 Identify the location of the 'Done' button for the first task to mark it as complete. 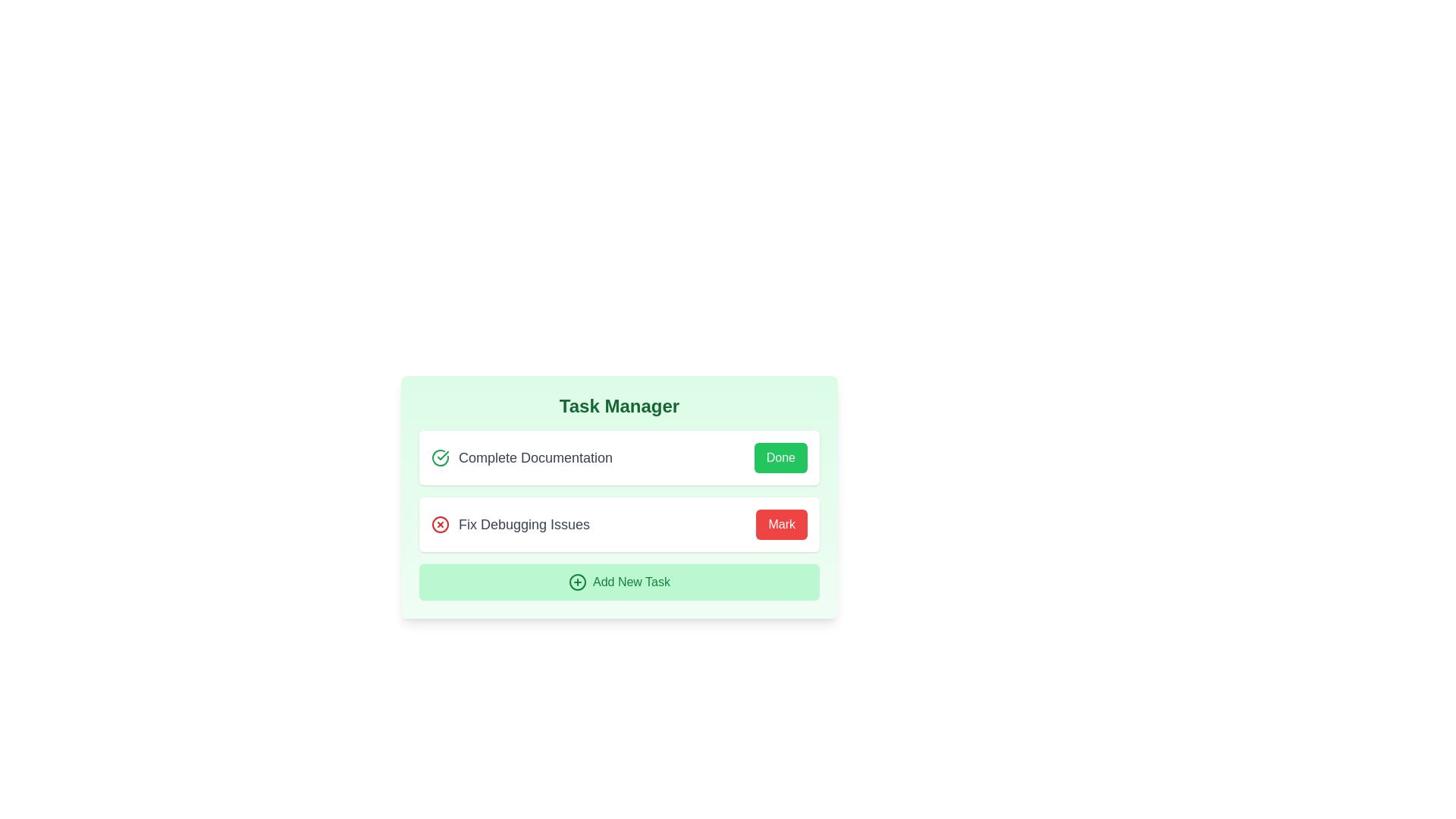
(780, 457).